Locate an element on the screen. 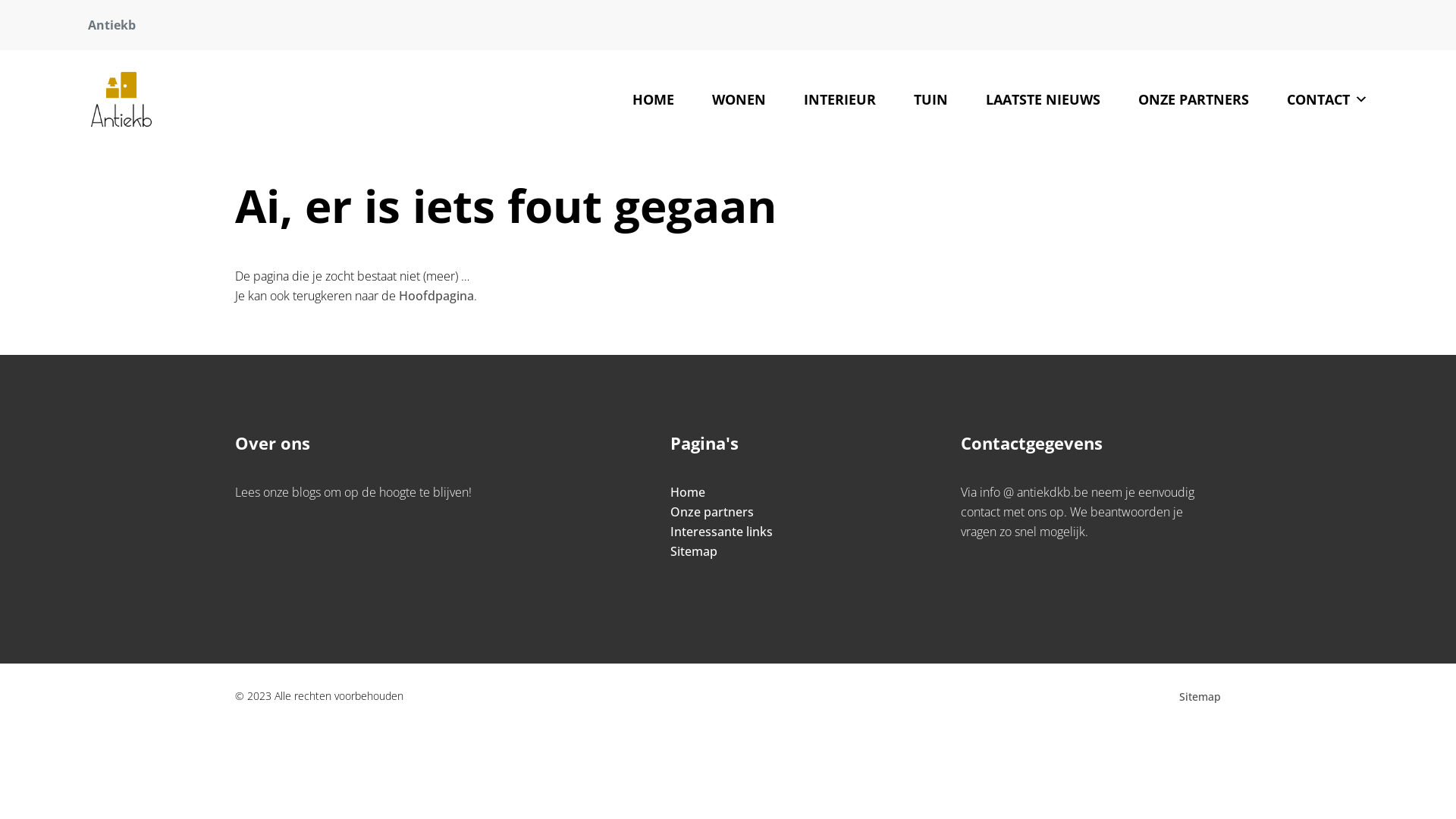  'Home' is located at coordinates (687, 491).